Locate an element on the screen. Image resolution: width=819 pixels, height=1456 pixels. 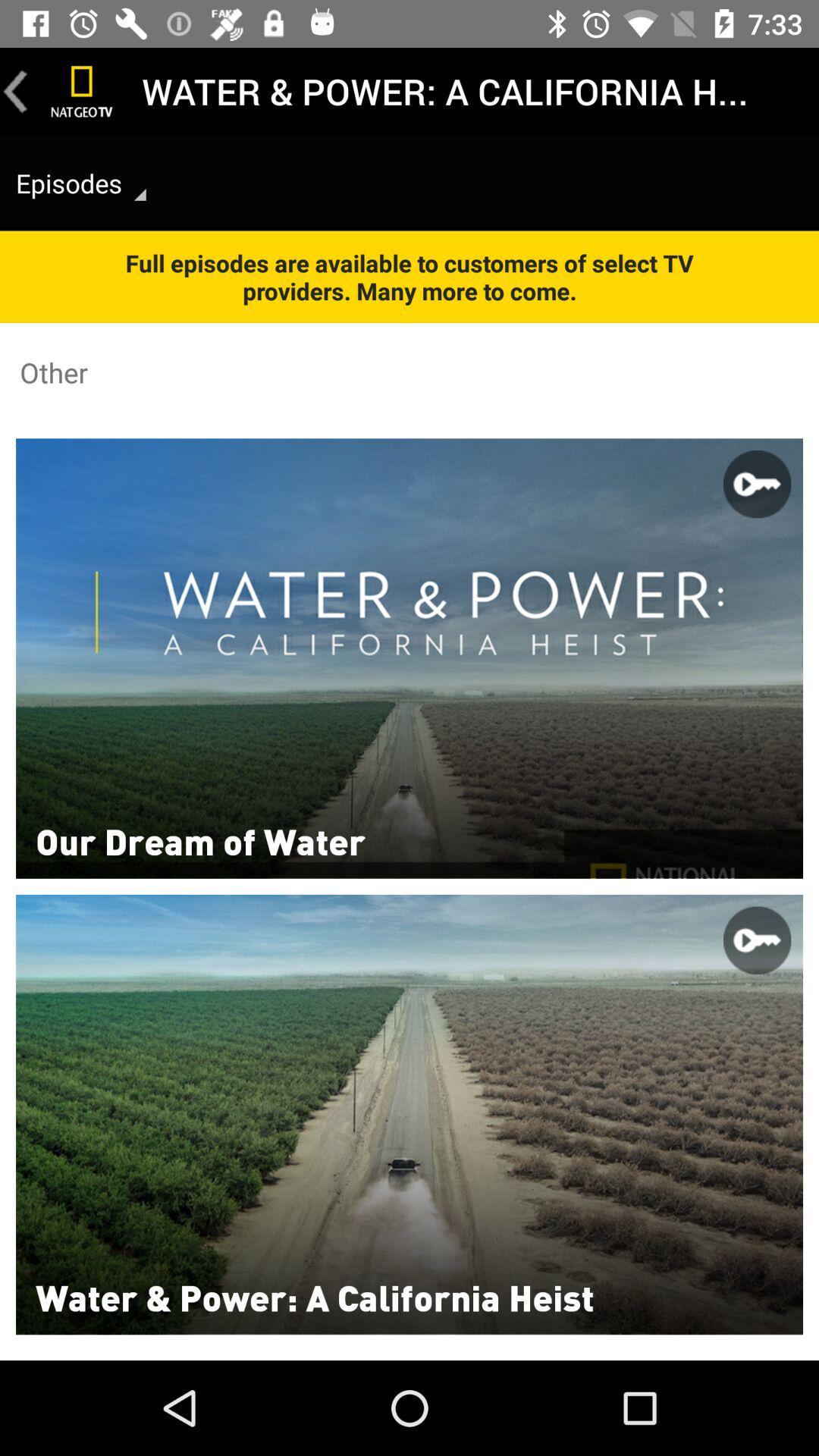
natgeo tv is located at coordinates (82, 90).